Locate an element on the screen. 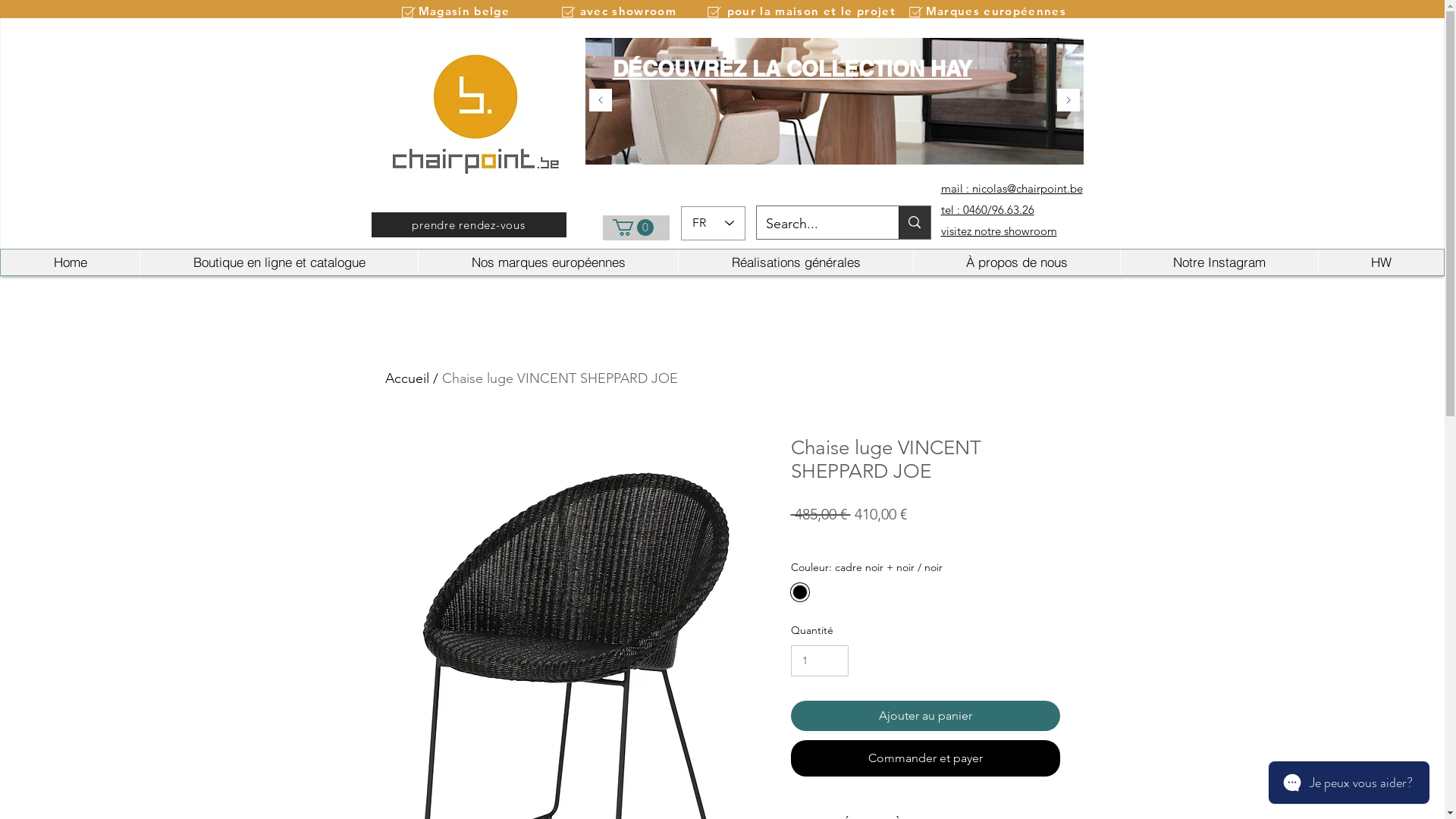 This screenshot has width=1456, height=819. 'visitez notre' is located at coordinates (969, 231).